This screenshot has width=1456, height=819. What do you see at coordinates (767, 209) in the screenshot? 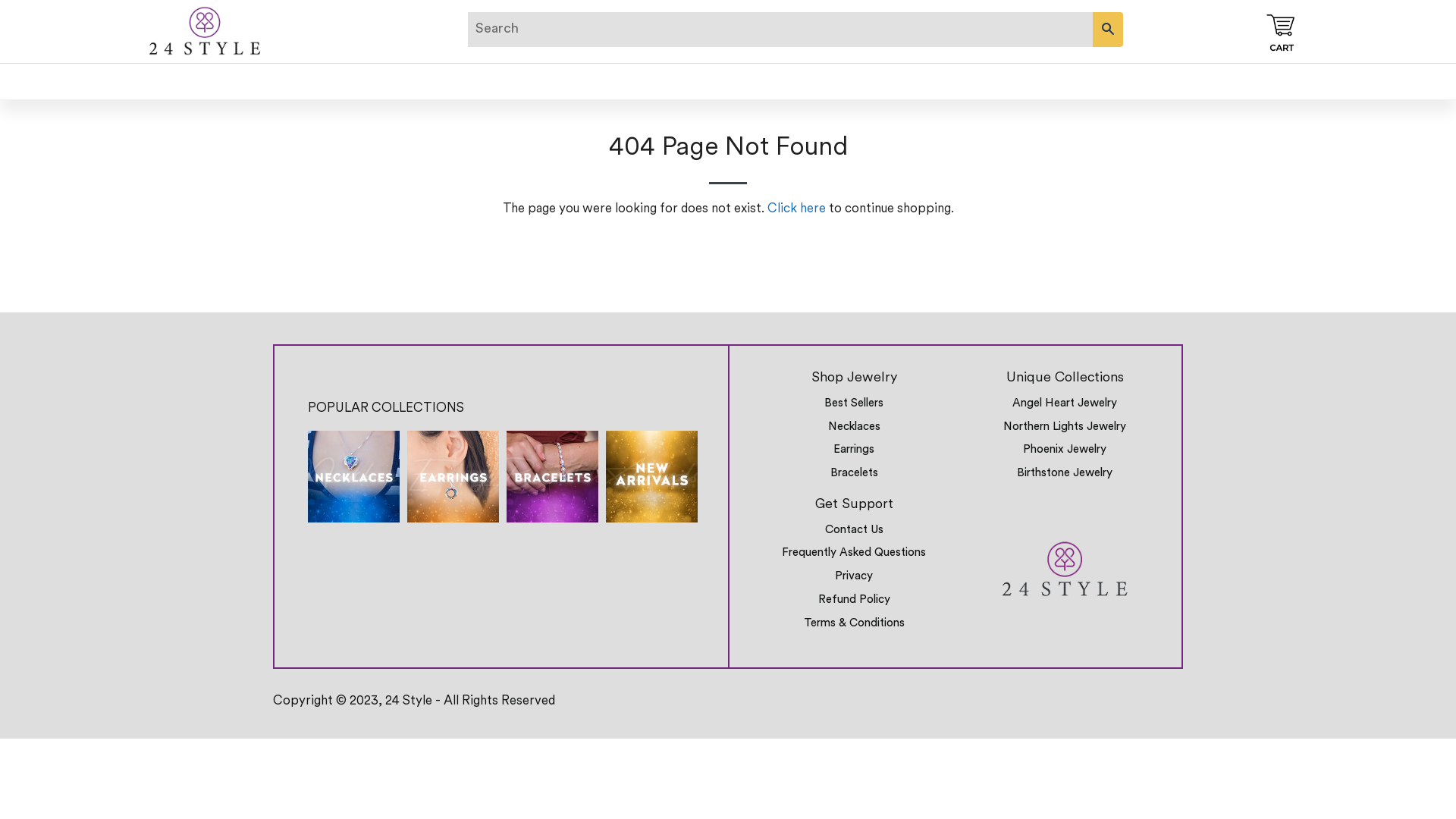
I see `'Click here'` at bounding box center [767, 209].